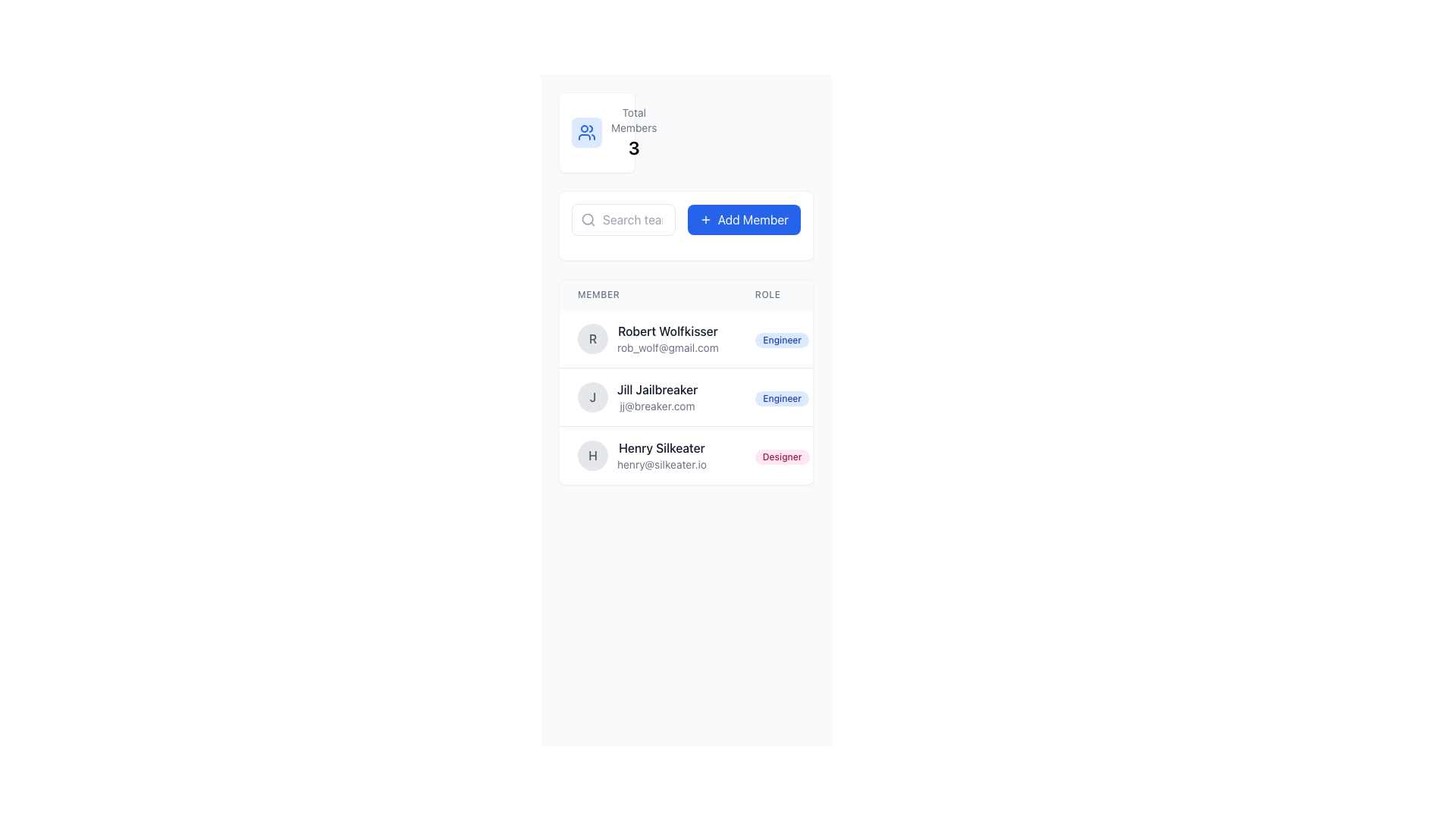 The image size is (1456, 819). I want to click on the Image Placeholder or Avatar representing the first letter of the user's name, located to the left of 'Henry Silkeater' and 'henry@silkeater.io', which is the third entry in the list, so click(592, 455).